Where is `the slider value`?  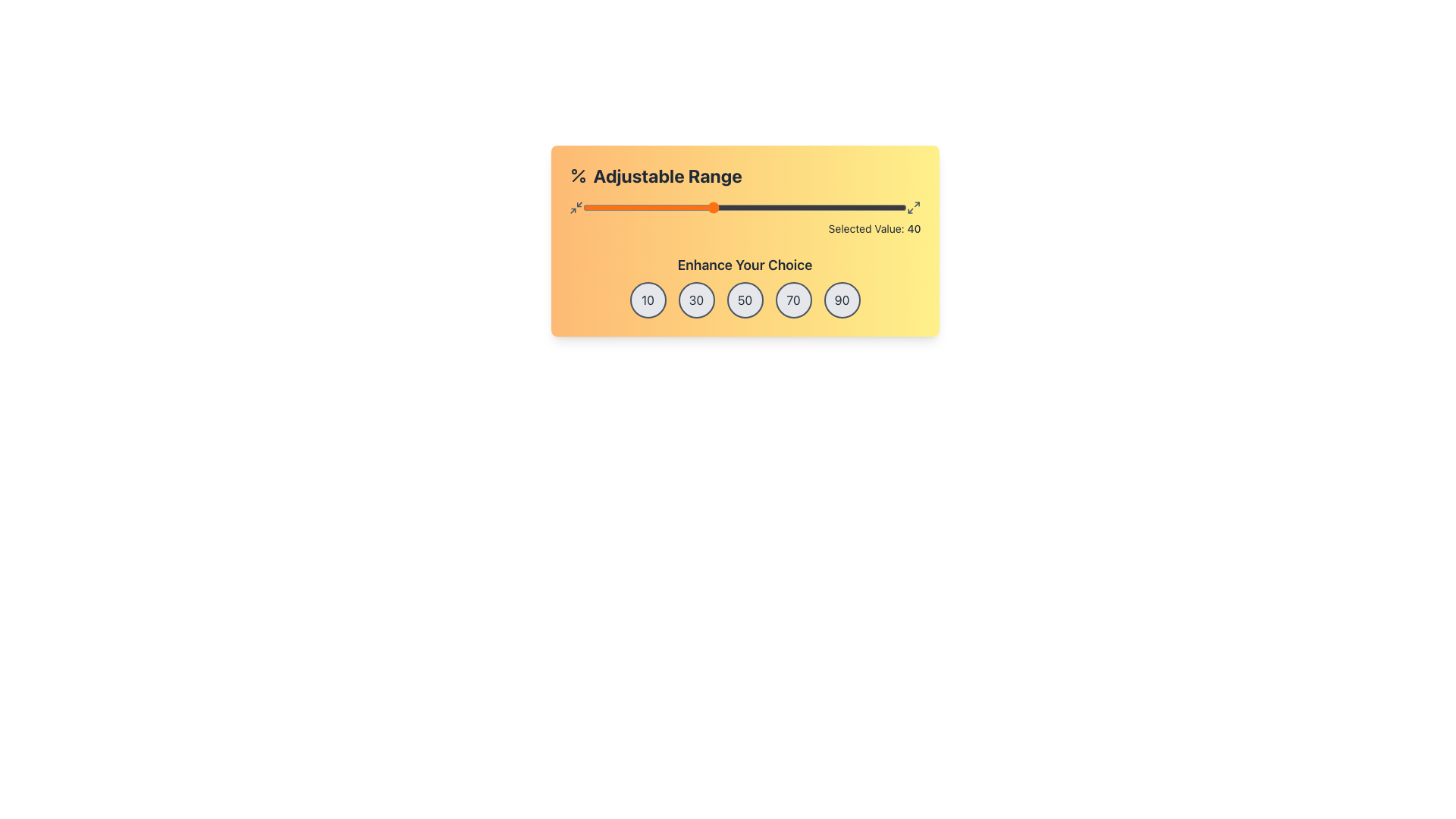
the slider value is located at coordinates (715, 207).